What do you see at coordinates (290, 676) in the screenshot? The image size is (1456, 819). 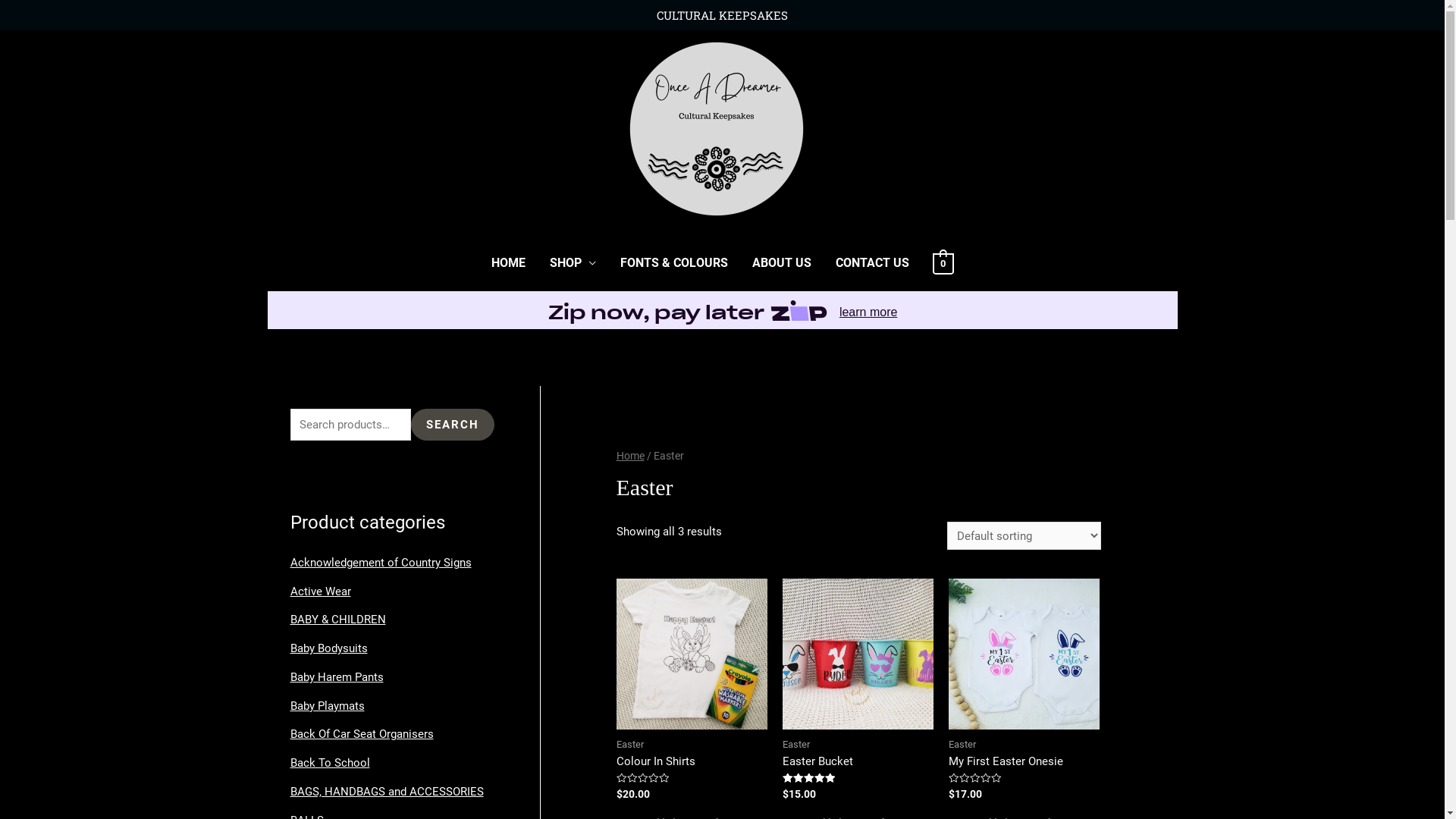 I see `'Baby Harem Pants'` at bounding box center [290, 676].